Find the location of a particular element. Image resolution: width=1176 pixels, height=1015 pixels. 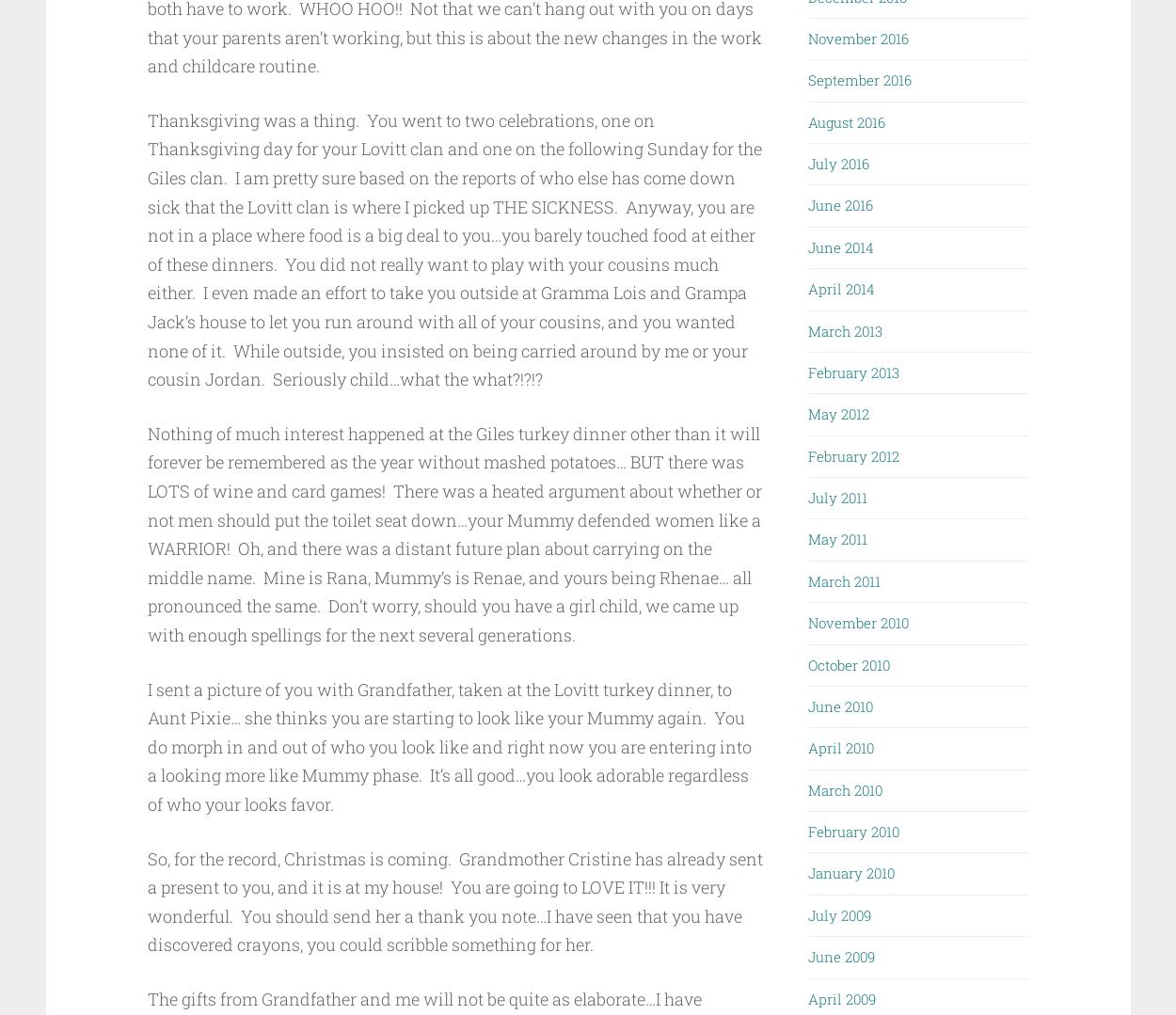

'October 2010' is located at coordinates (849, 663).